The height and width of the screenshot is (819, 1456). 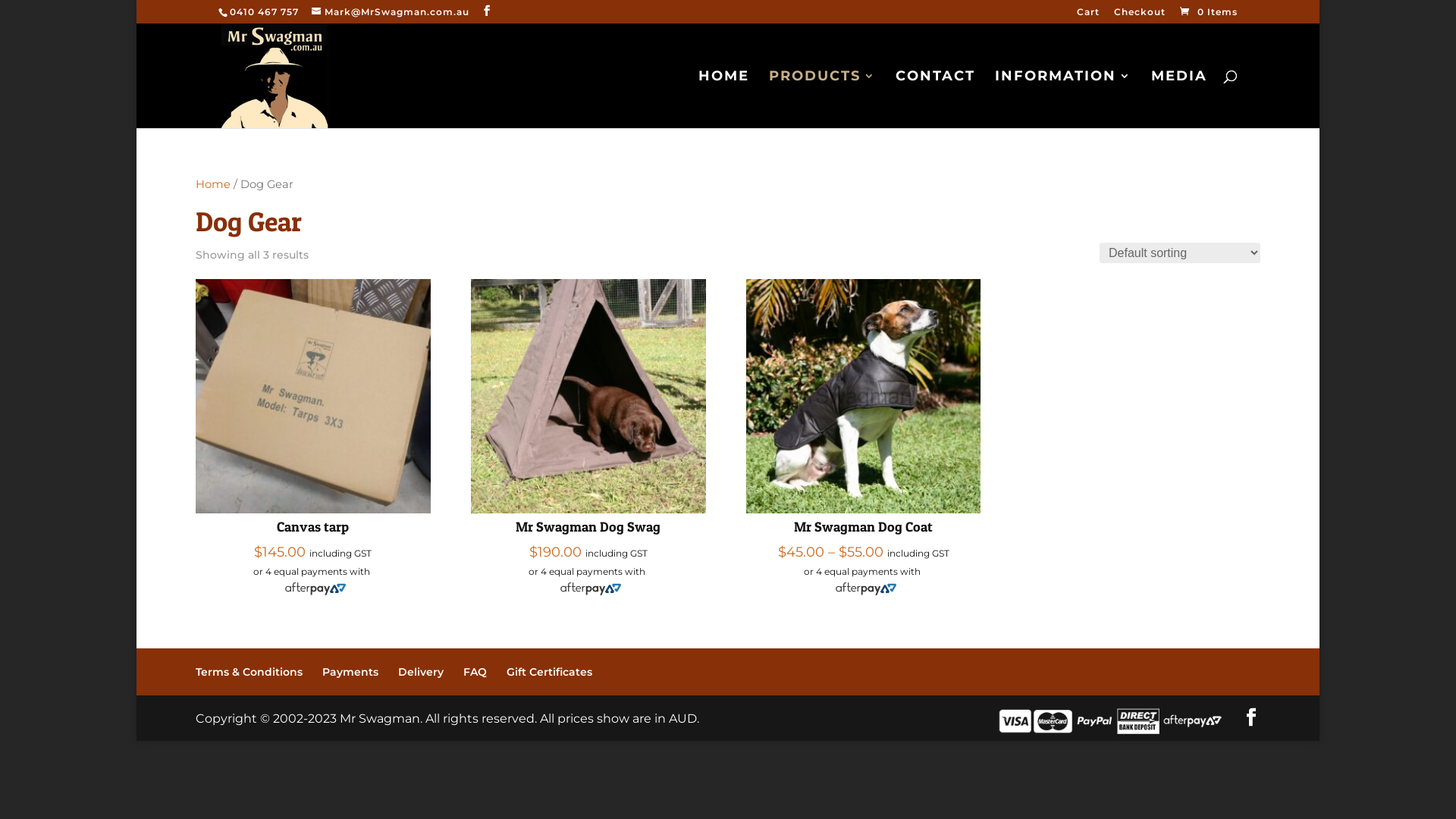 What do you see at coordinates (1139, 15) in the screenshot?
I see `'Checkout'` at bounding box center [1139, 15].